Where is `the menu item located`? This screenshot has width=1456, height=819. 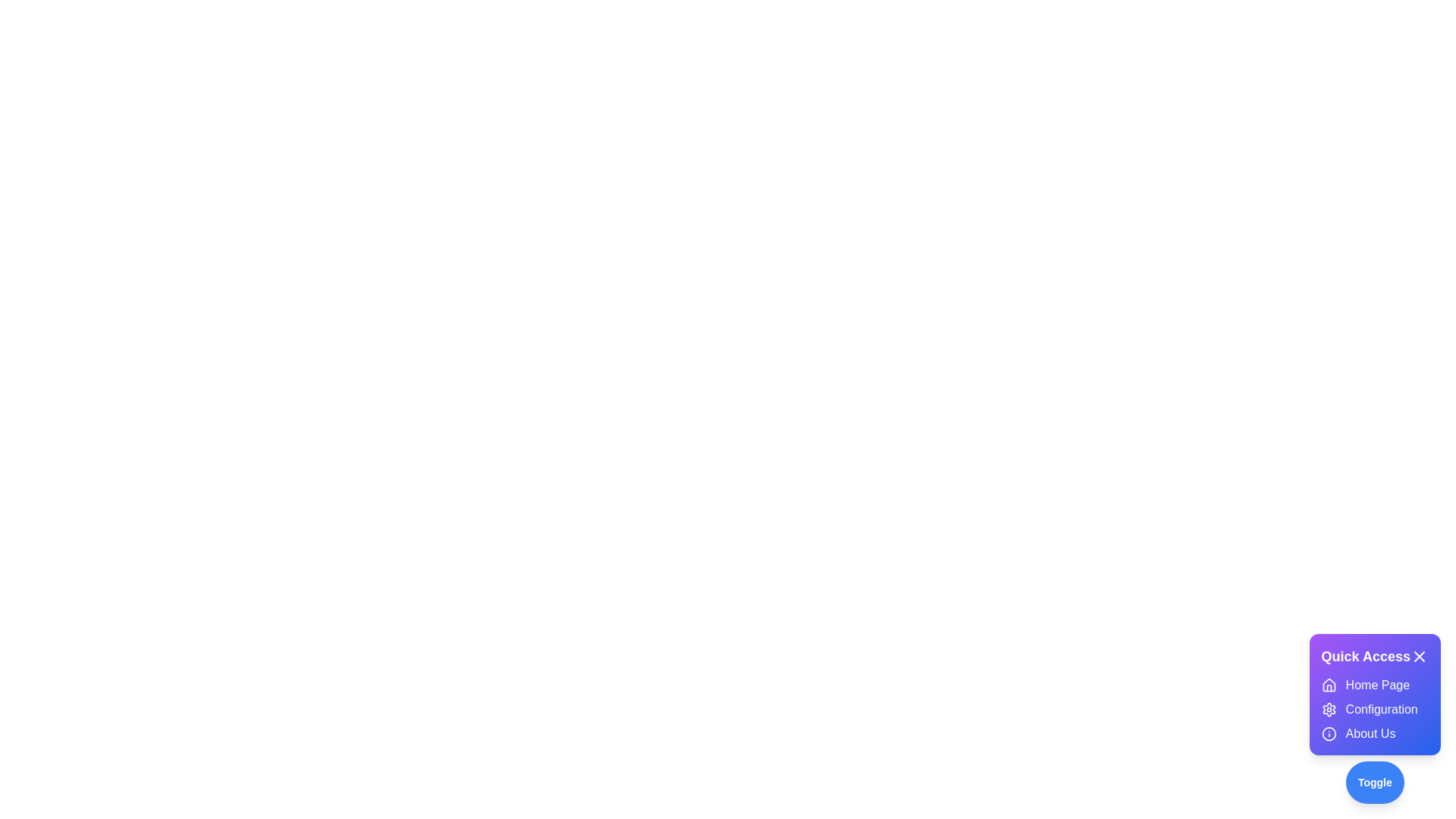
the menu item located is located at coordinates (1375, 710).